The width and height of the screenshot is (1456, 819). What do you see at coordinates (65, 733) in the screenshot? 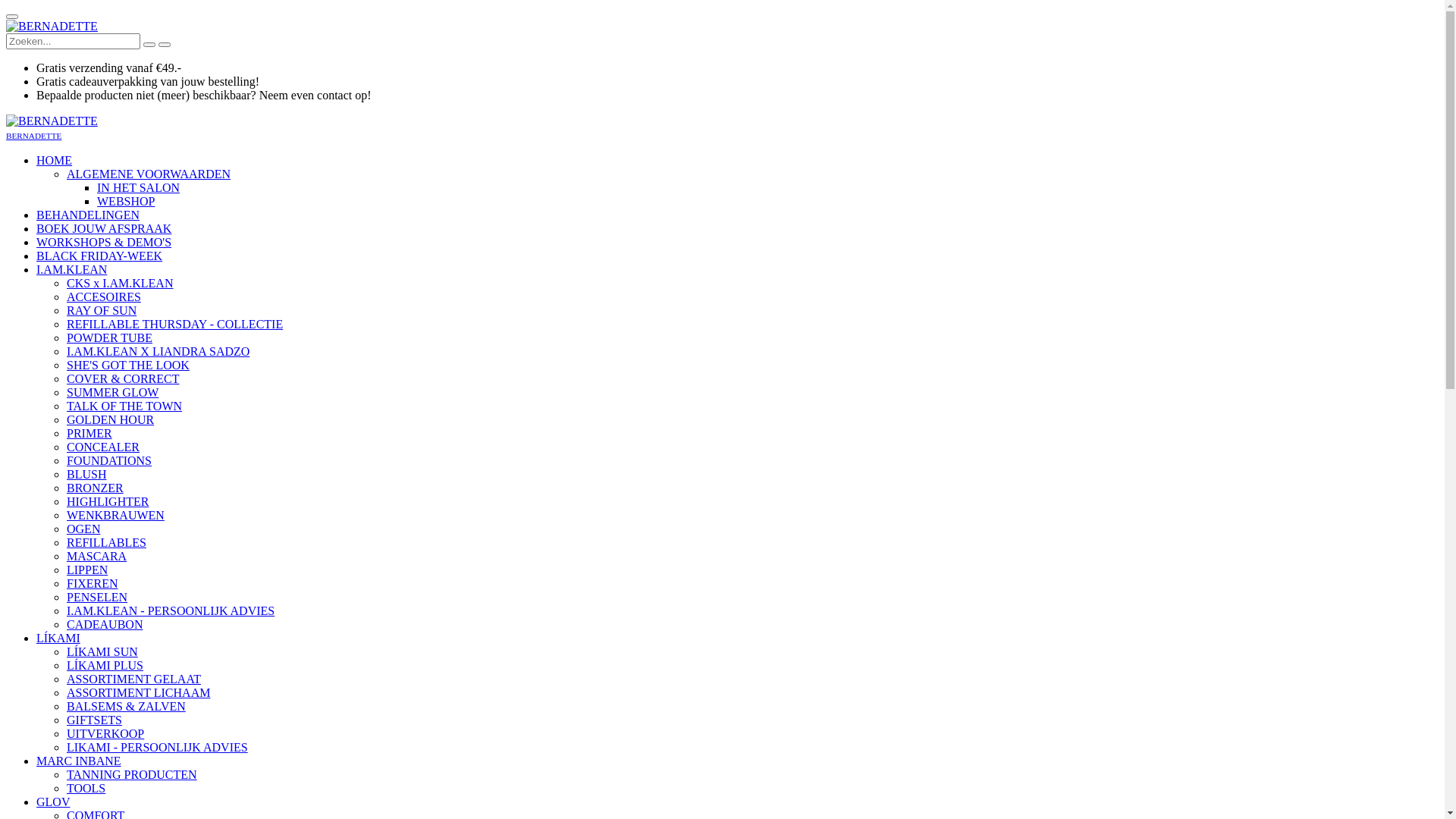
I see `'UITVERKOOP'` at bounding box center [65, 733].